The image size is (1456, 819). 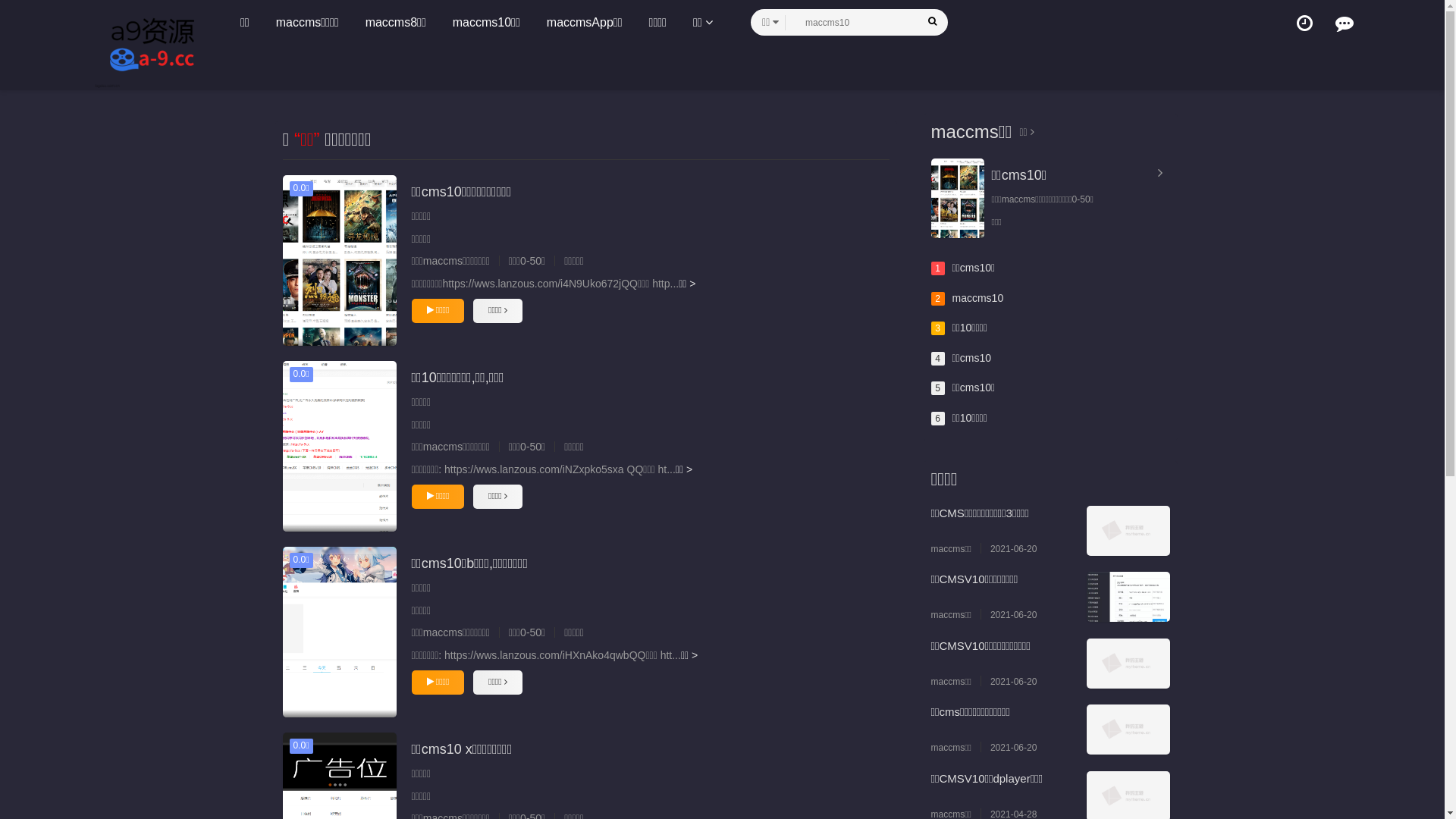 What do you see at coordinates (930, 298) in the screenshot?
I see `'2maccms10'` at bounding box center [930, 298].